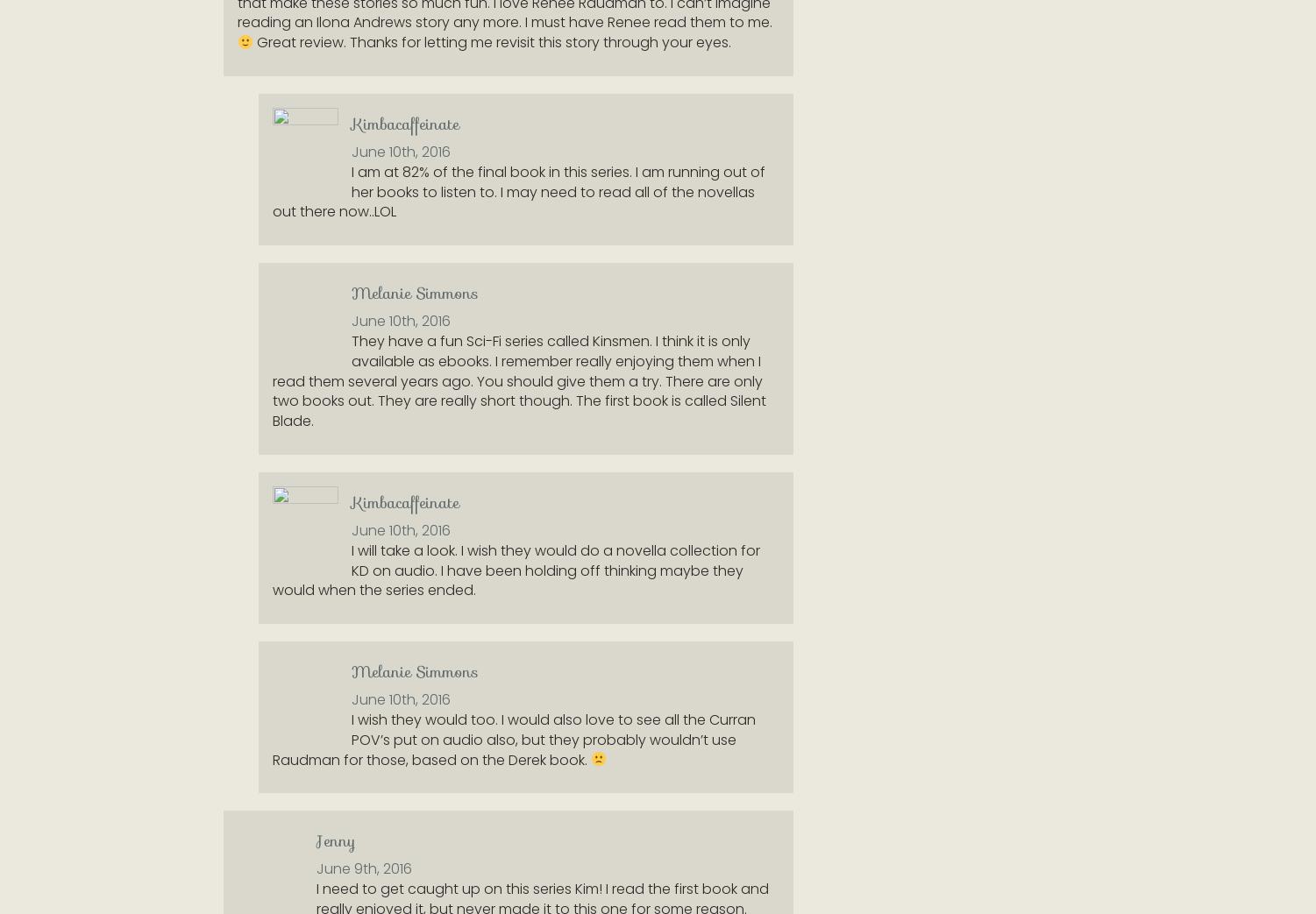 The height and width of the screenshot is (914, 1316). Describe the element at coordinates (253, 41) in the screenshot. I see `'Great review. Thanks for letting me revisit this story through your eyes.'` at that location.